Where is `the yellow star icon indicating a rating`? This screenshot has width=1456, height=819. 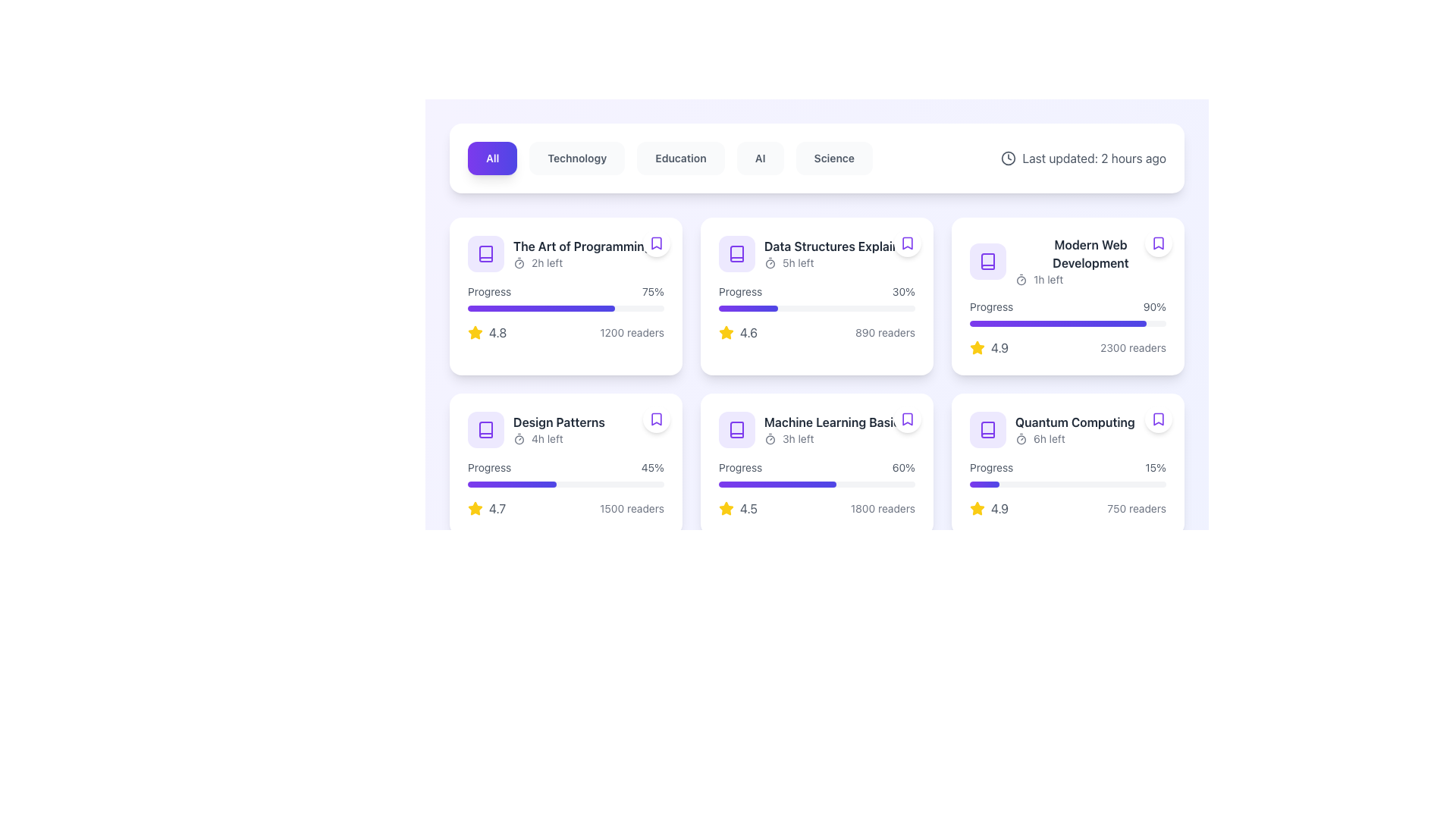
the yellow star icon indicating a rating is located at coordinates (475, 332).